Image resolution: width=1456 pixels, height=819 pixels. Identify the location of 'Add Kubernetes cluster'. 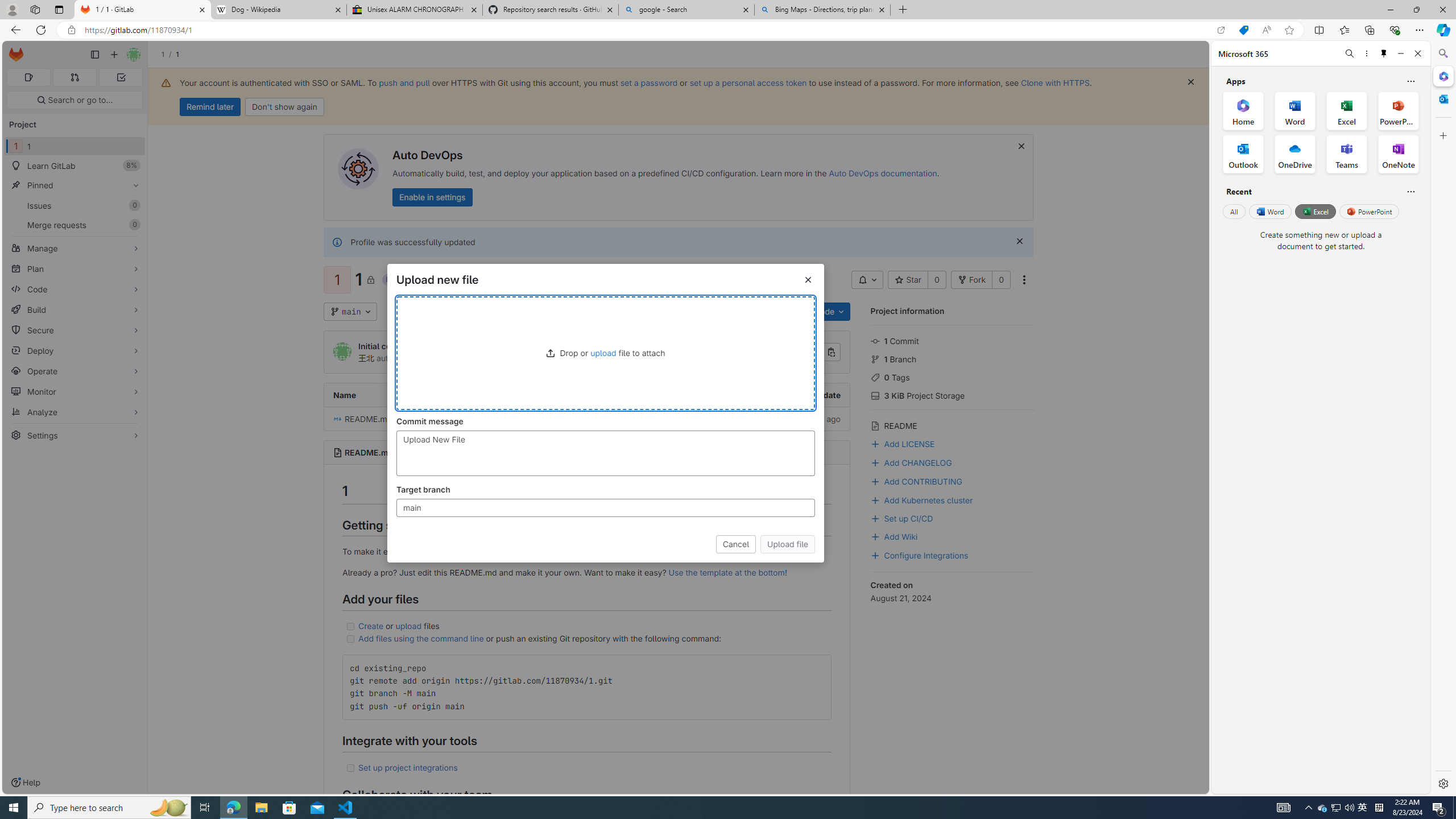
(921, 499).